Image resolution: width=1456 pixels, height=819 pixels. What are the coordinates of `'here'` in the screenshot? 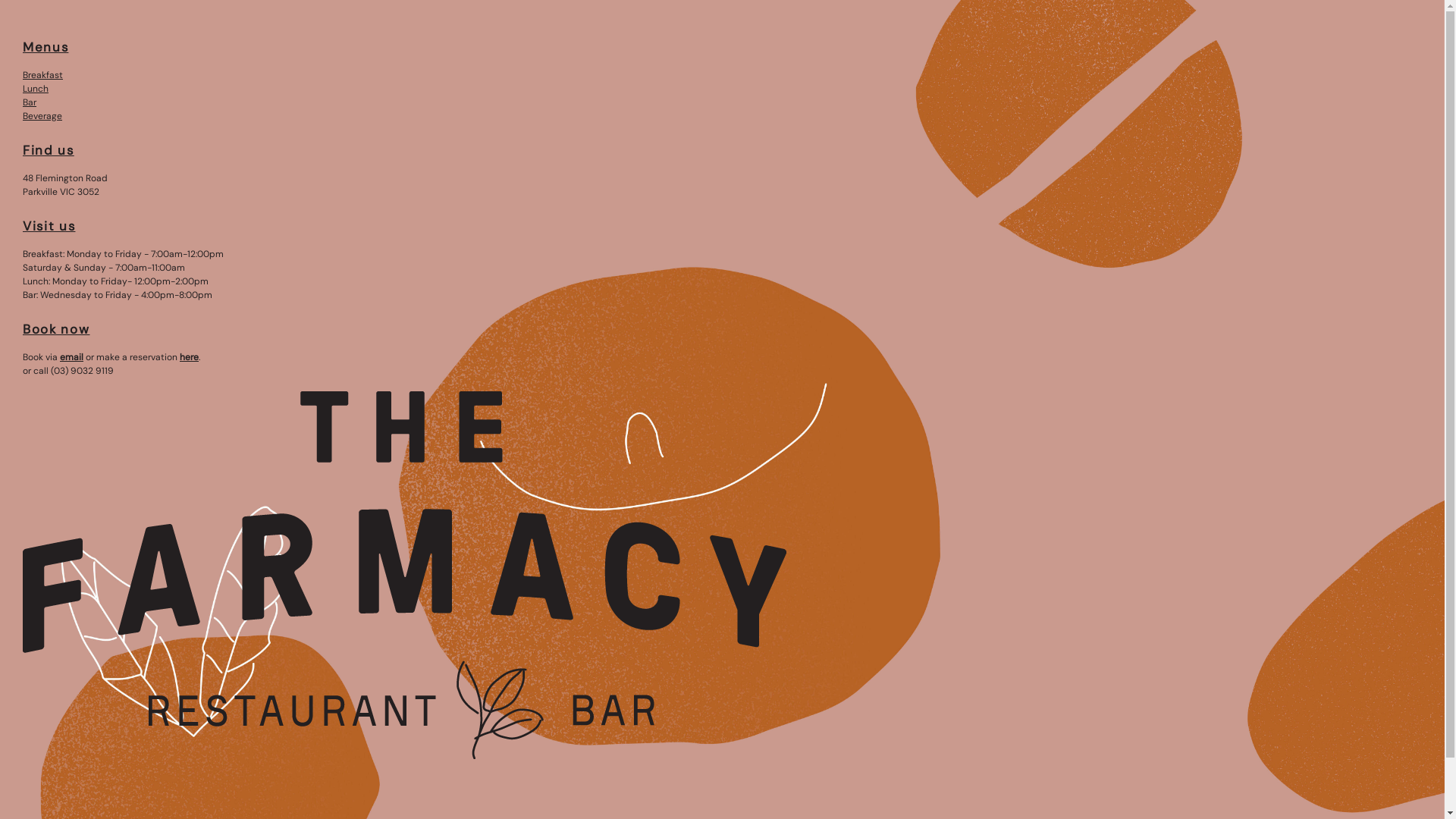 It's located at (188, 356).